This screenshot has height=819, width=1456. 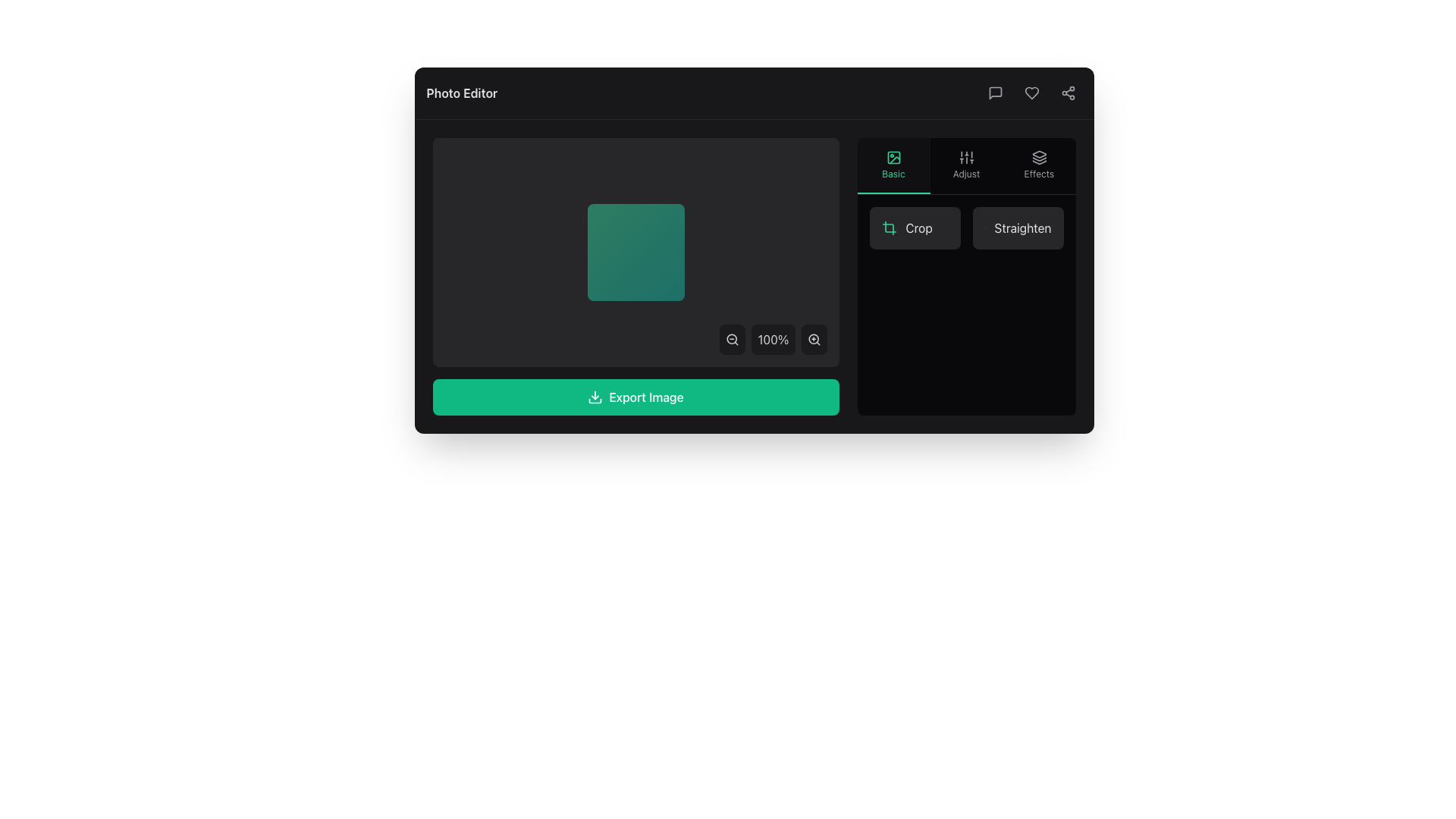 I want to click on the crop icon located in the rightmost panel of the interface, so click(x=889, y=227).